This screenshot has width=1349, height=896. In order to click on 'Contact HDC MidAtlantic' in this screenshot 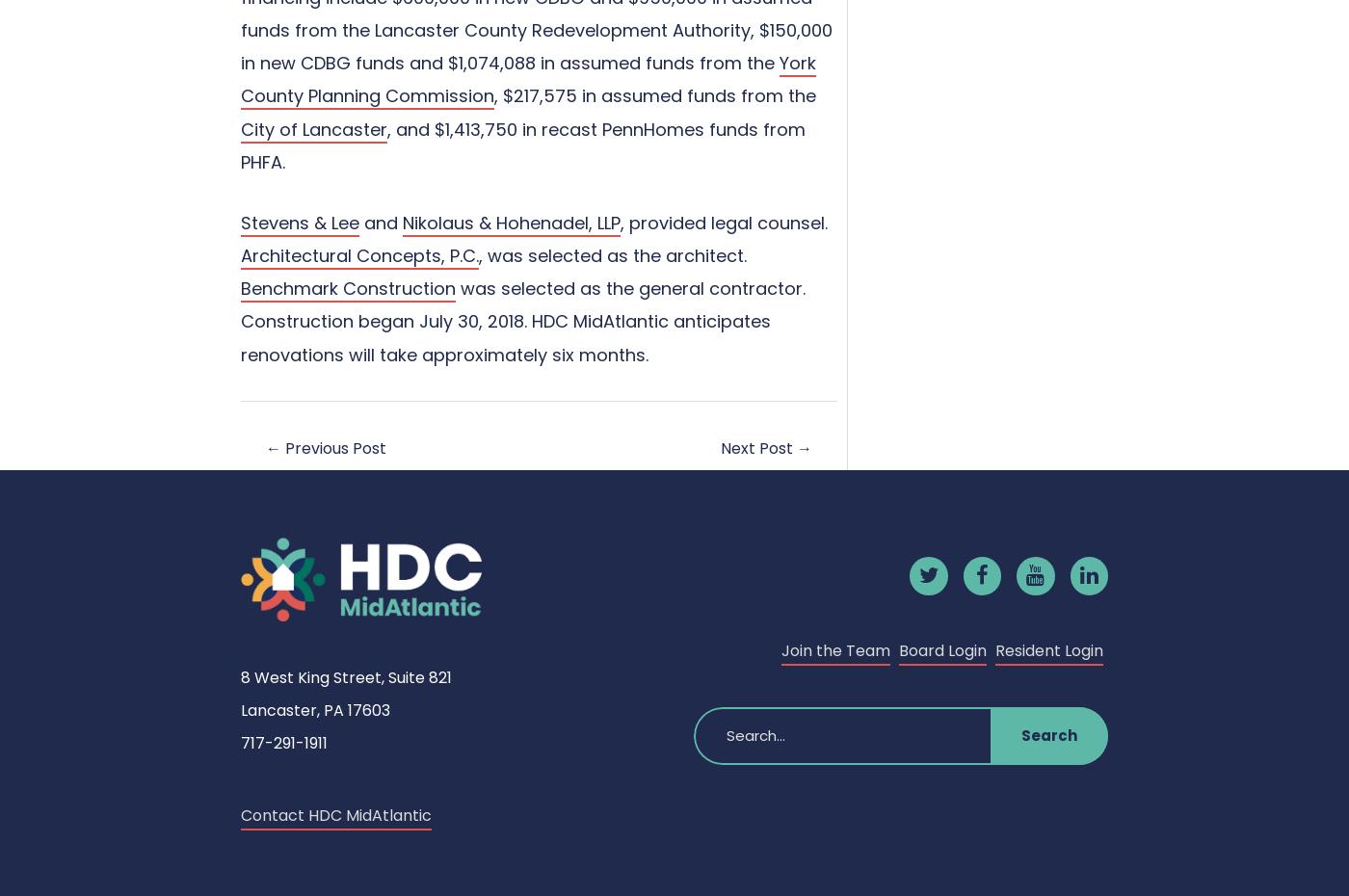, I will do `click(336, 814)`.